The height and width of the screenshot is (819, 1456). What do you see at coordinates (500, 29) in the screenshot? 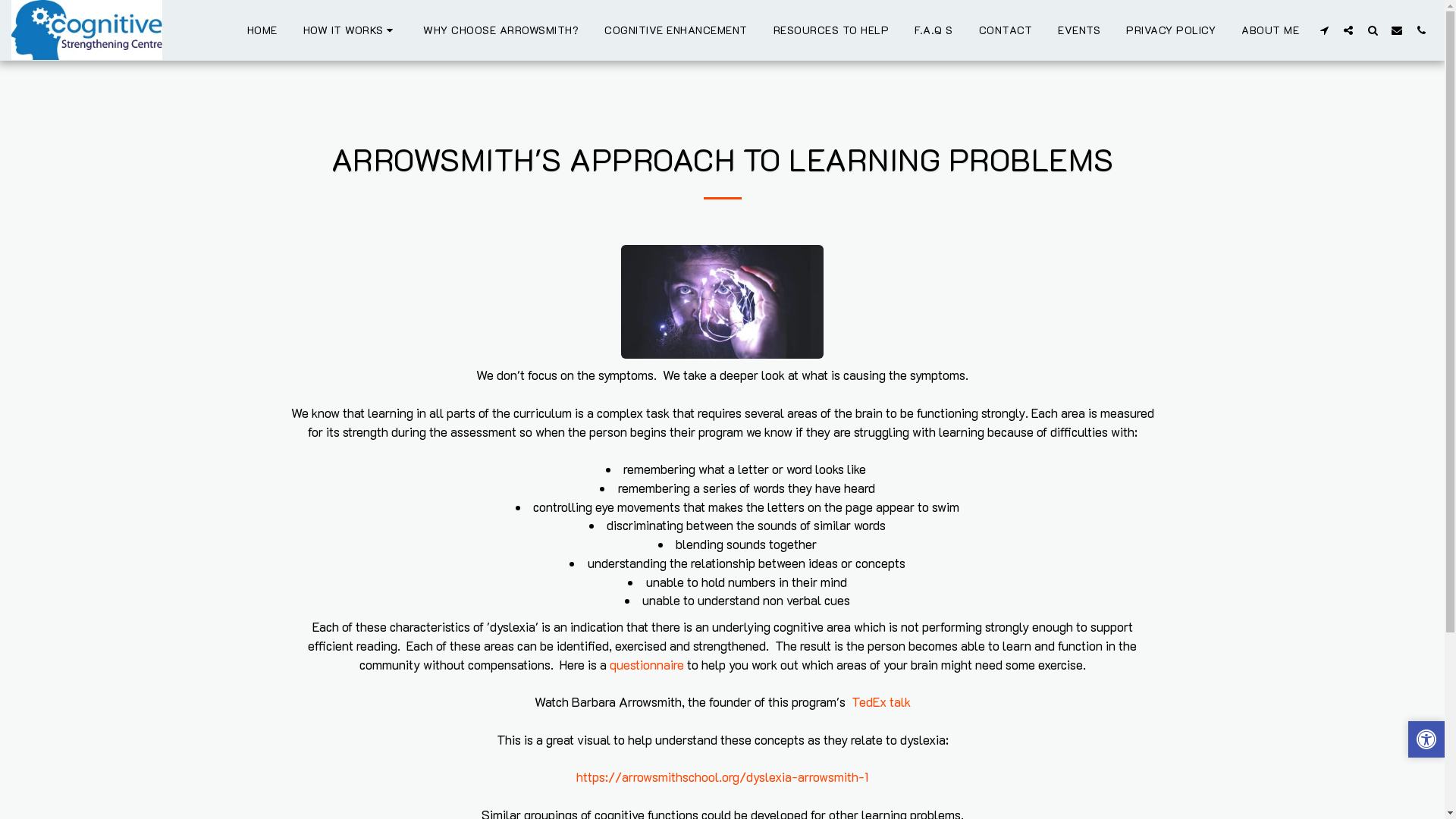
I see `'WHY CHOOSE ARROWSMITH?'` at bounding box center [500, 29].